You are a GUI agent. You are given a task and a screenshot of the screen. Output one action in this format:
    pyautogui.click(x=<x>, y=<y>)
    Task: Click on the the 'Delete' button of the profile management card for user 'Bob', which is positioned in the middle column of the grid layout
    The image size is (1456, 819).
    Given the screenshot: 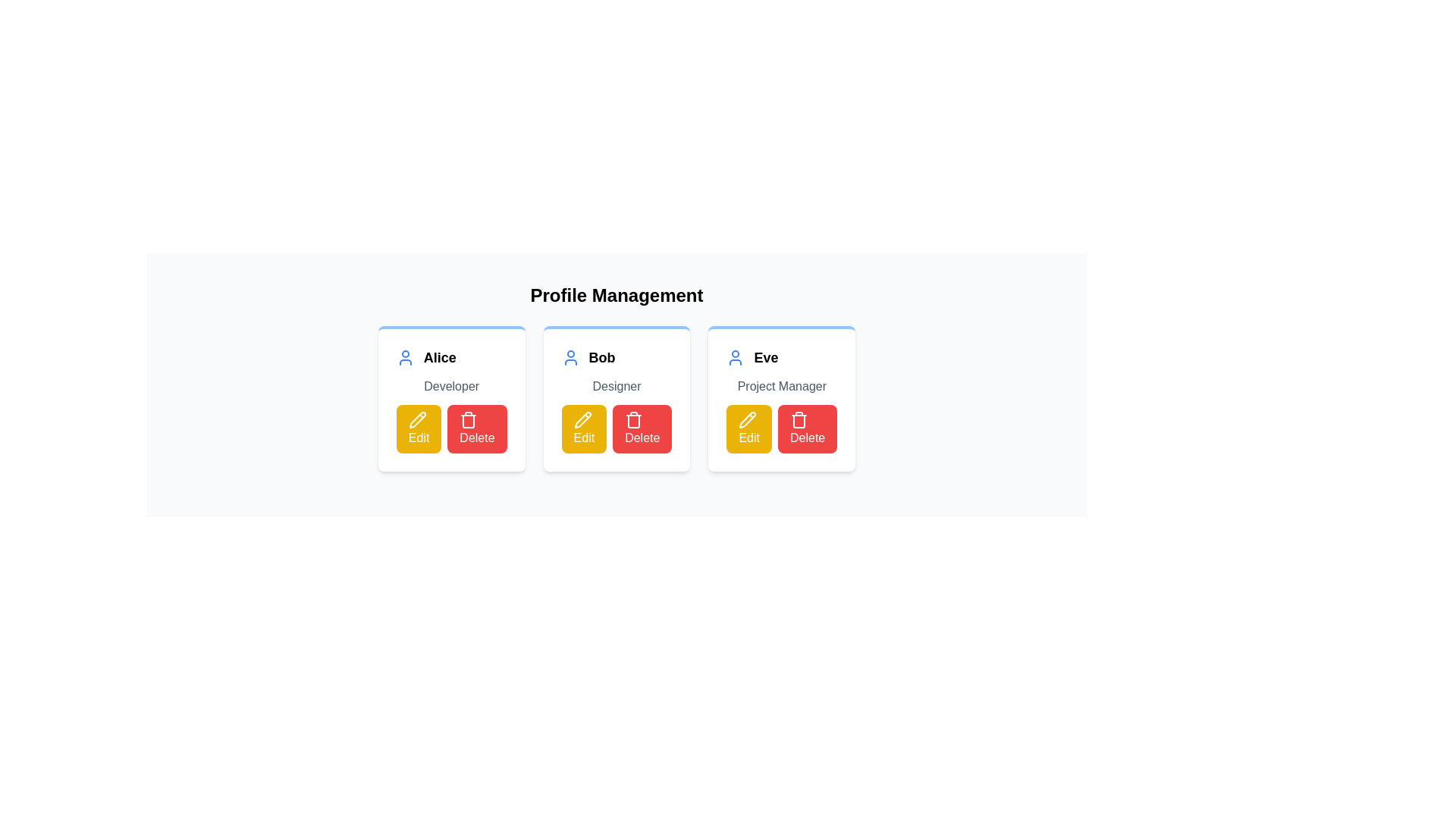 What is the action you would take?
    pyautogui.click(x=617, y=397)
    